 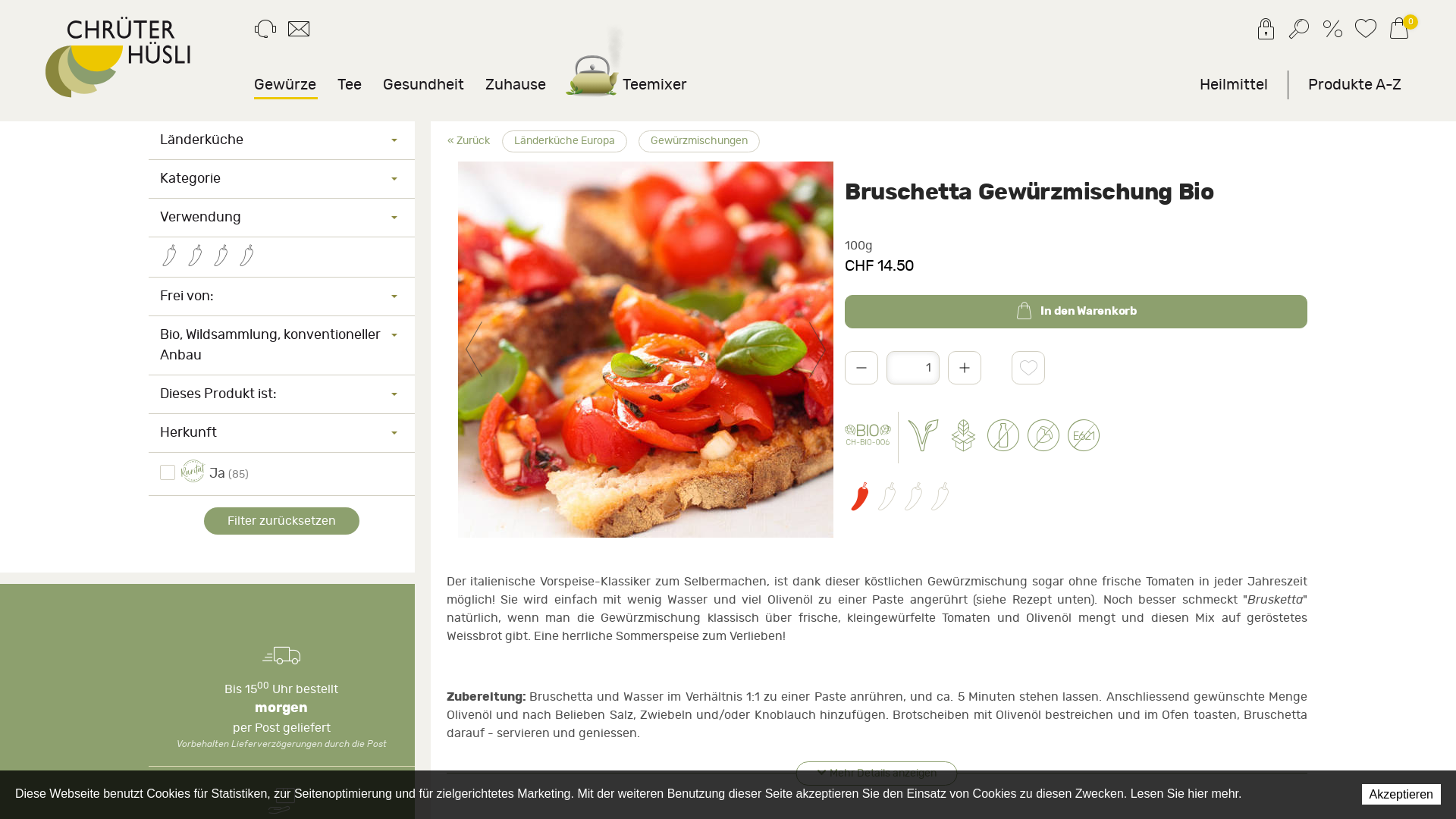 What do you see at coordinates (1401, 793) in the screenshot?
I see `'Akzeptieren'` at bounding box center [1401, 793].